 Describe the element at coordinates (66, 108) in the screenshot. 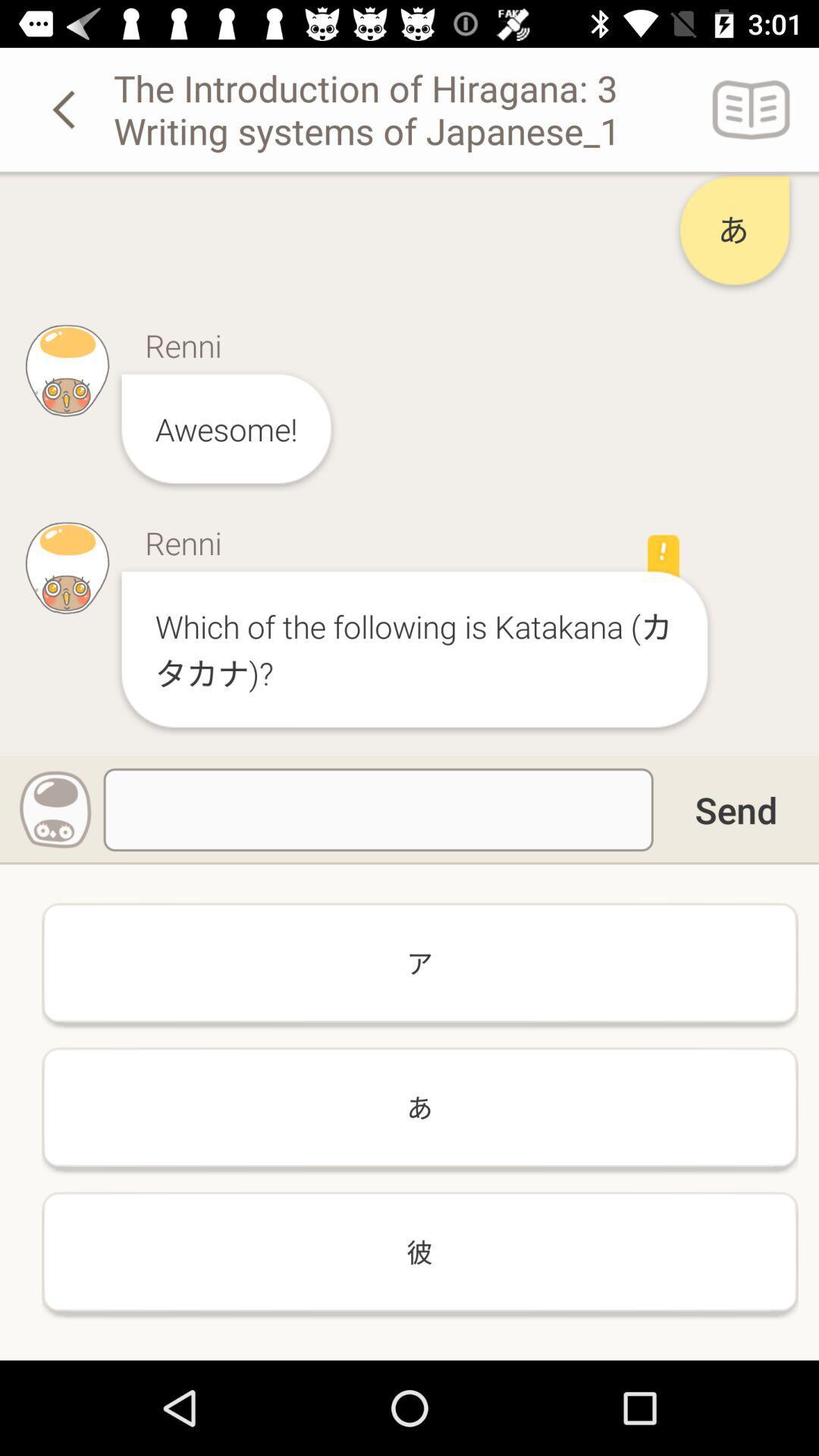

I see `the arrow_backward icon` at that location.